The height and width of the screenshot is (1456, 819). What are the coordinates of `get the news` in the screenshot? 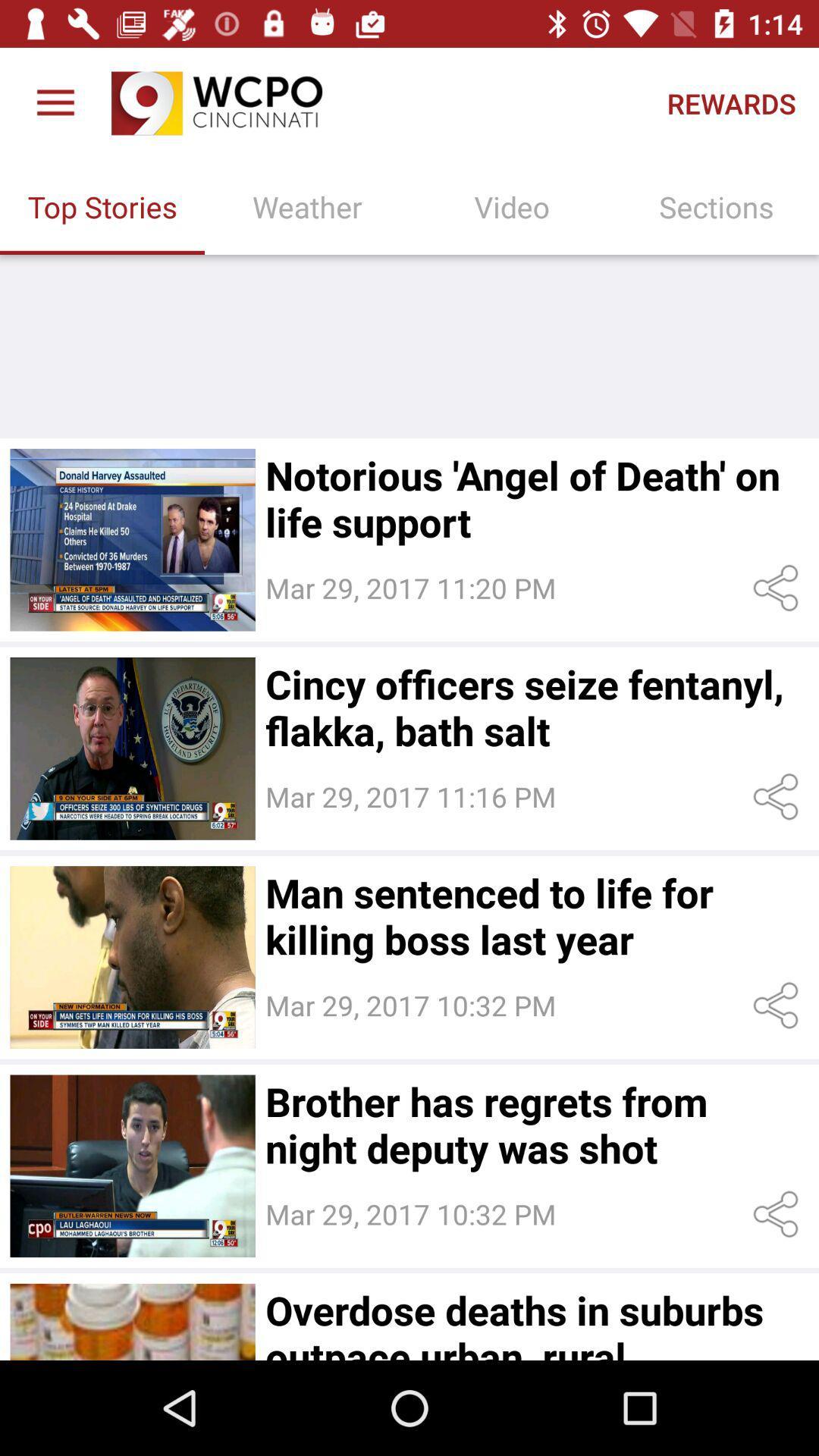 It's located at (132, 540).